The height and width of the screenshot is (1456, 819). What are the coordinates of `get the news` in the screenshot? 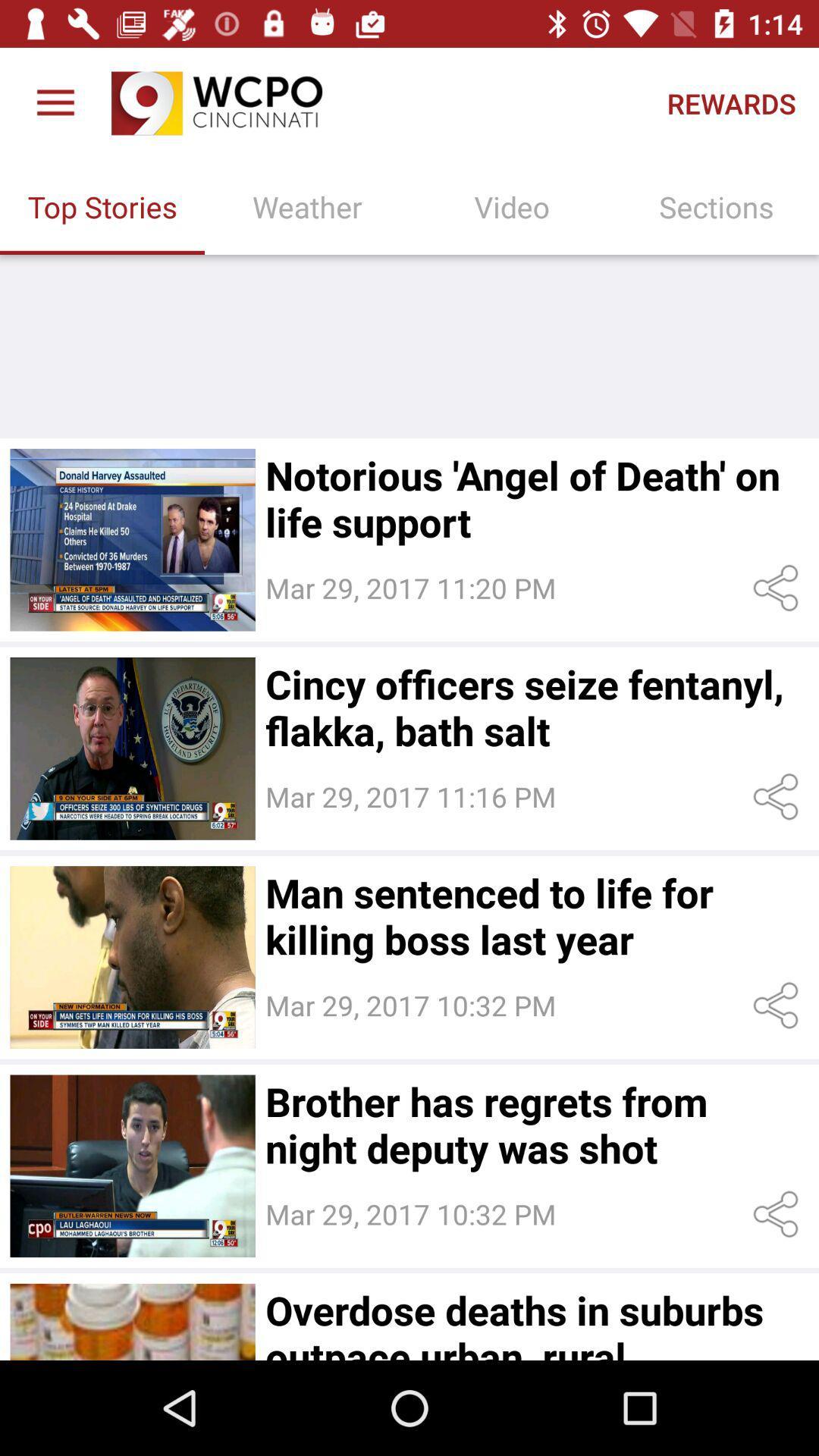 It's located at (132, 540).